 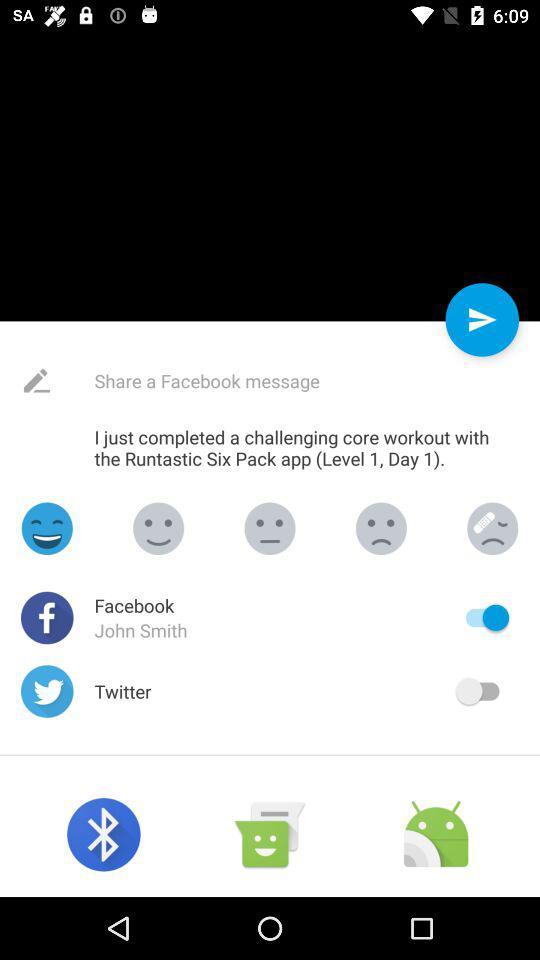 I want to click on switch autoplay option, so click(x=481, y=616).